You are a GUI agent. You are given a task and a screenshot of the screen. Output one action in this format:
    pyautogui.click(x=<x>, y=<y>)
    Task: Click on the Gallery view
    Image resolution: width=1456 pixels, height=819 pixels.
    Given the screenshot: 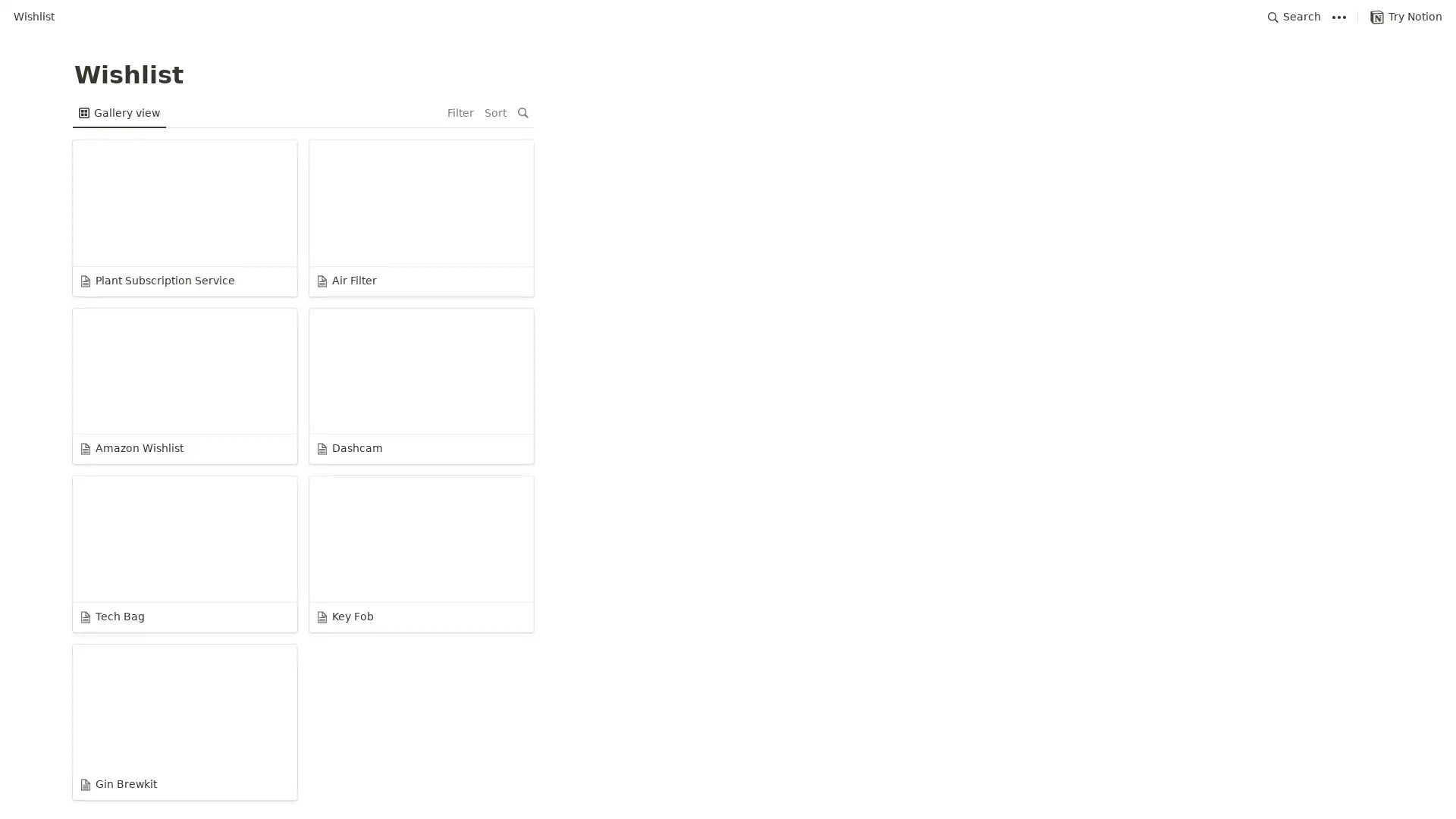 What is the action you would take?
    pyautogui.click(x=118, y=112)
    